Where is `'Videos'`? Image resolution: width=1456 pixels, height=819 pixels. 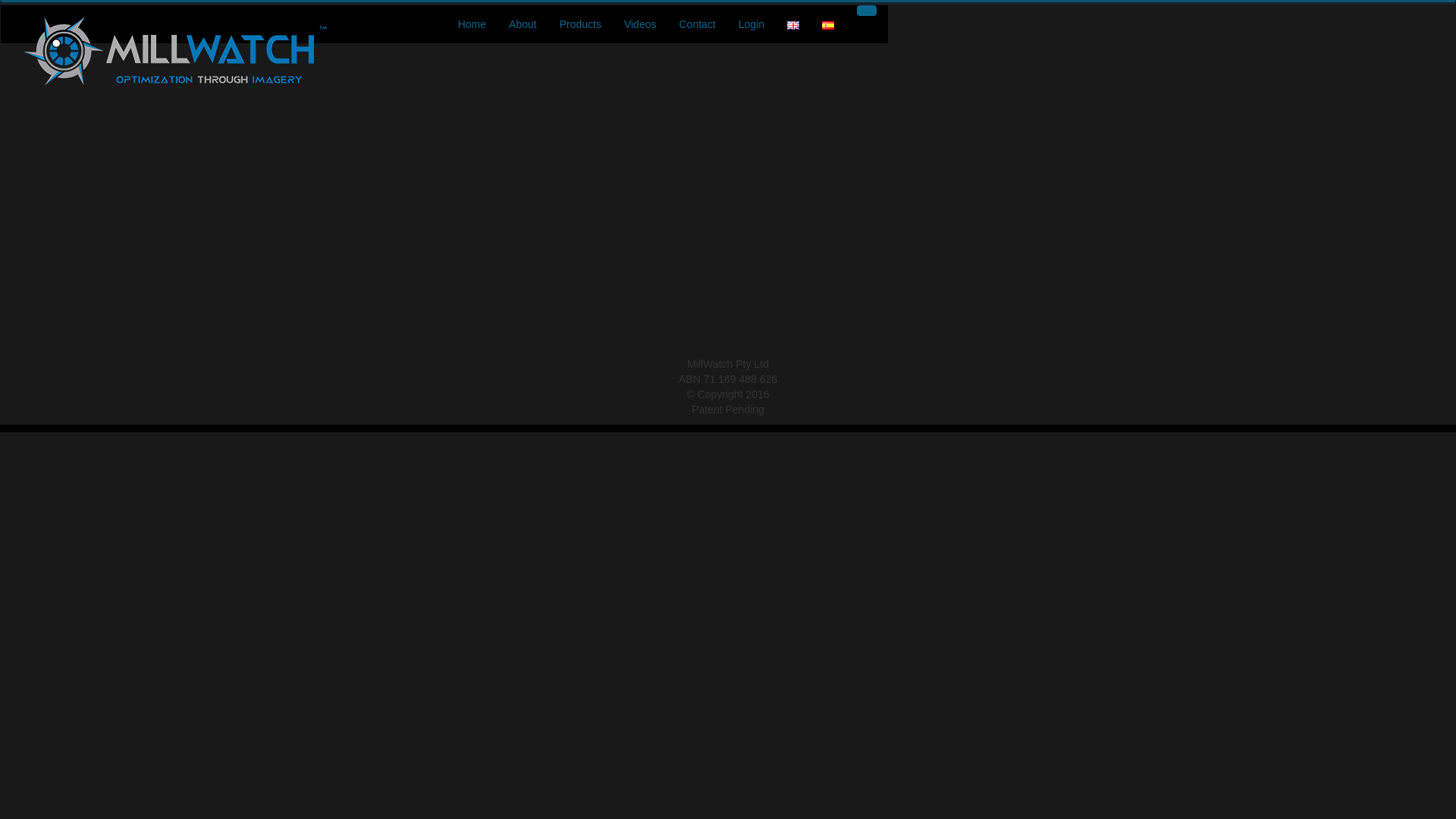 'Videos' is located at coordinates (640, 24).